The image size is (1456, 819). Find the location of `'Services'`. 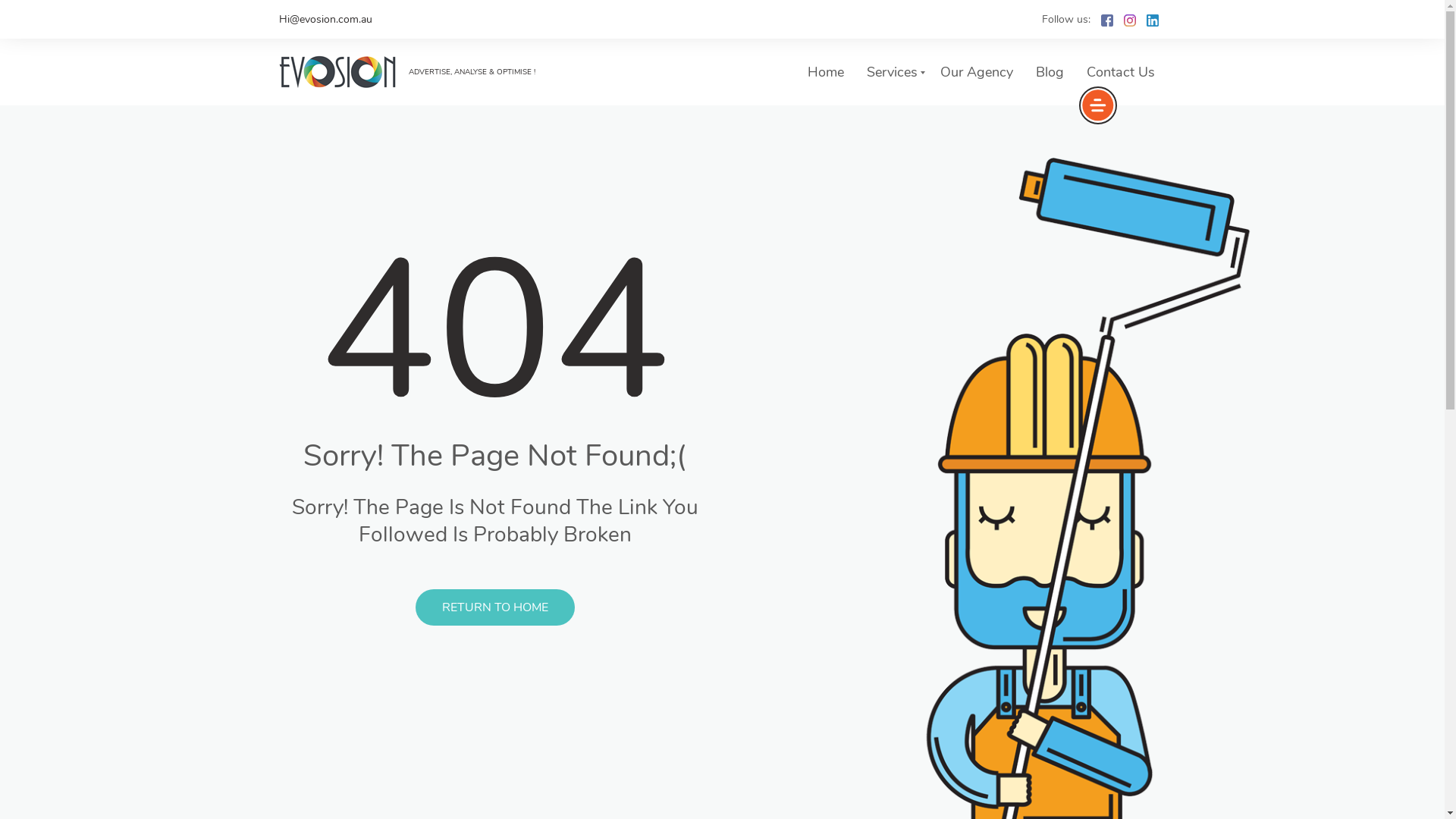

'Services' is located at coordinates (891, 72).